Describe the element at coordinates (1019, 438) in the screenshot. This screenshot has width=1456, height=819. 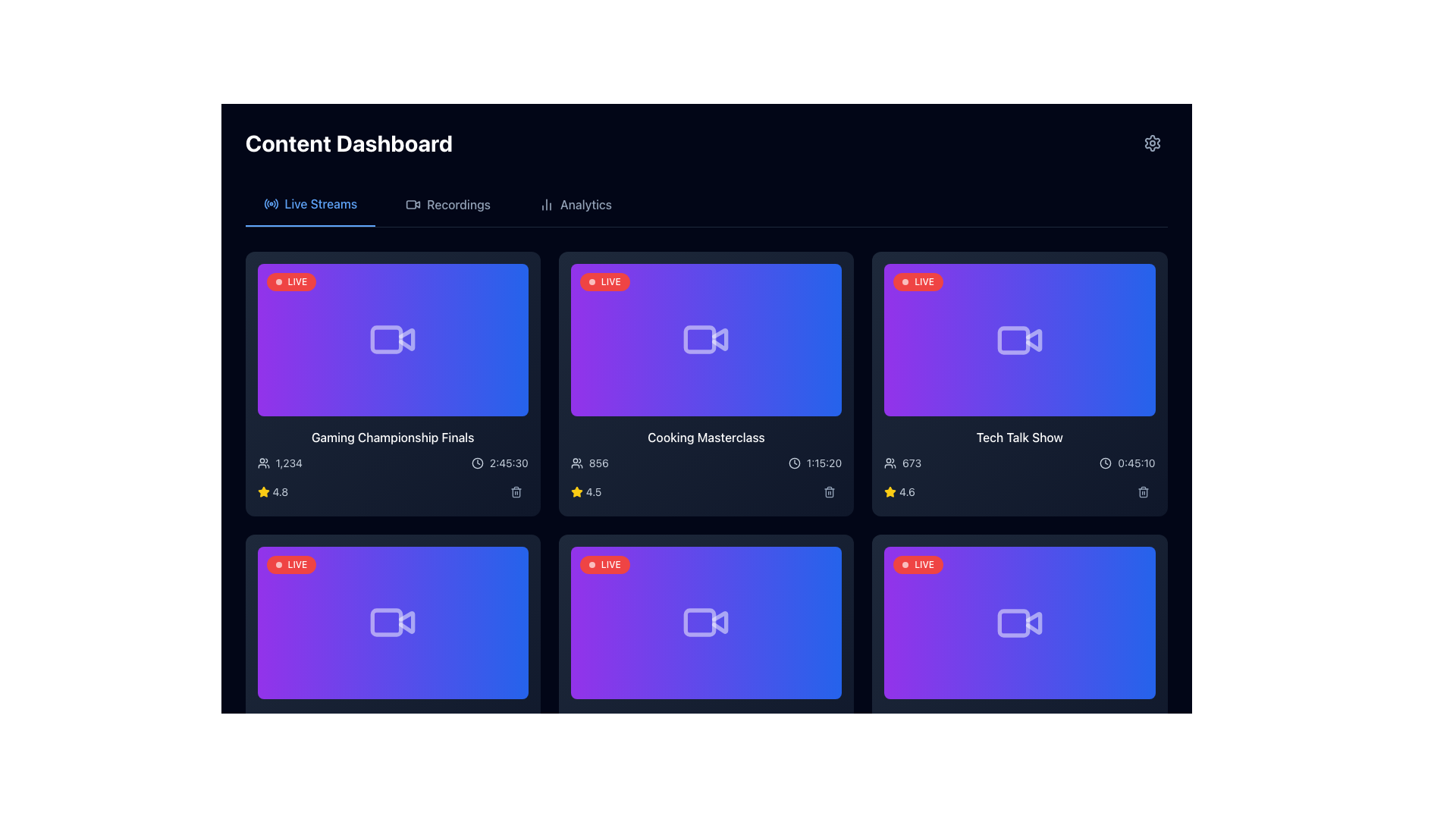
I see `the title text label of the third card in the upper row of the dashboard interface, which identifies the content of the associated card` at that location.